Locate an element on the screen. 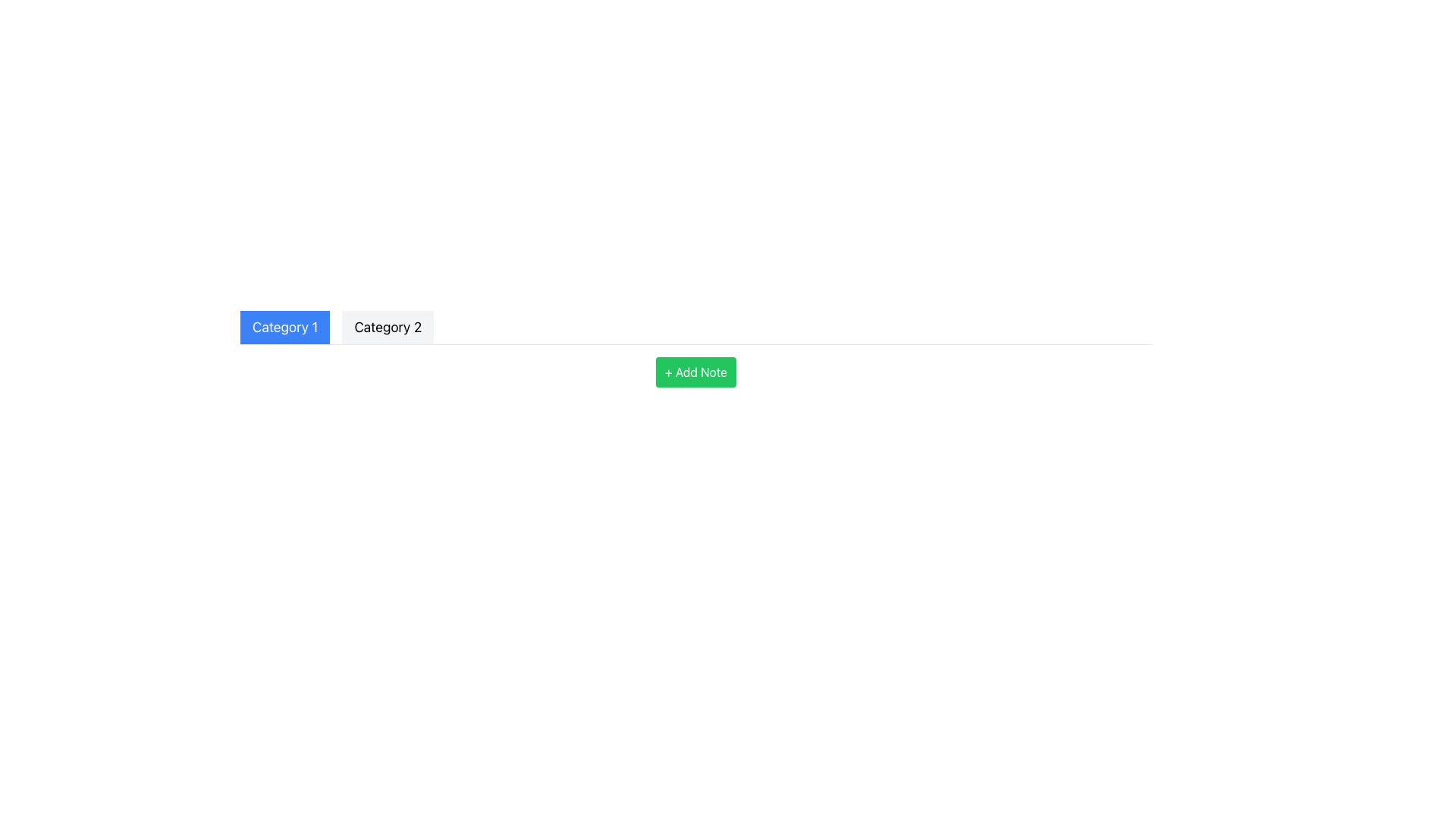  the 'Category 2' button, which is a rectangular button with a light gray background and black text, located to the right of the 'Category 1' button is located at coordinates (388, 327).